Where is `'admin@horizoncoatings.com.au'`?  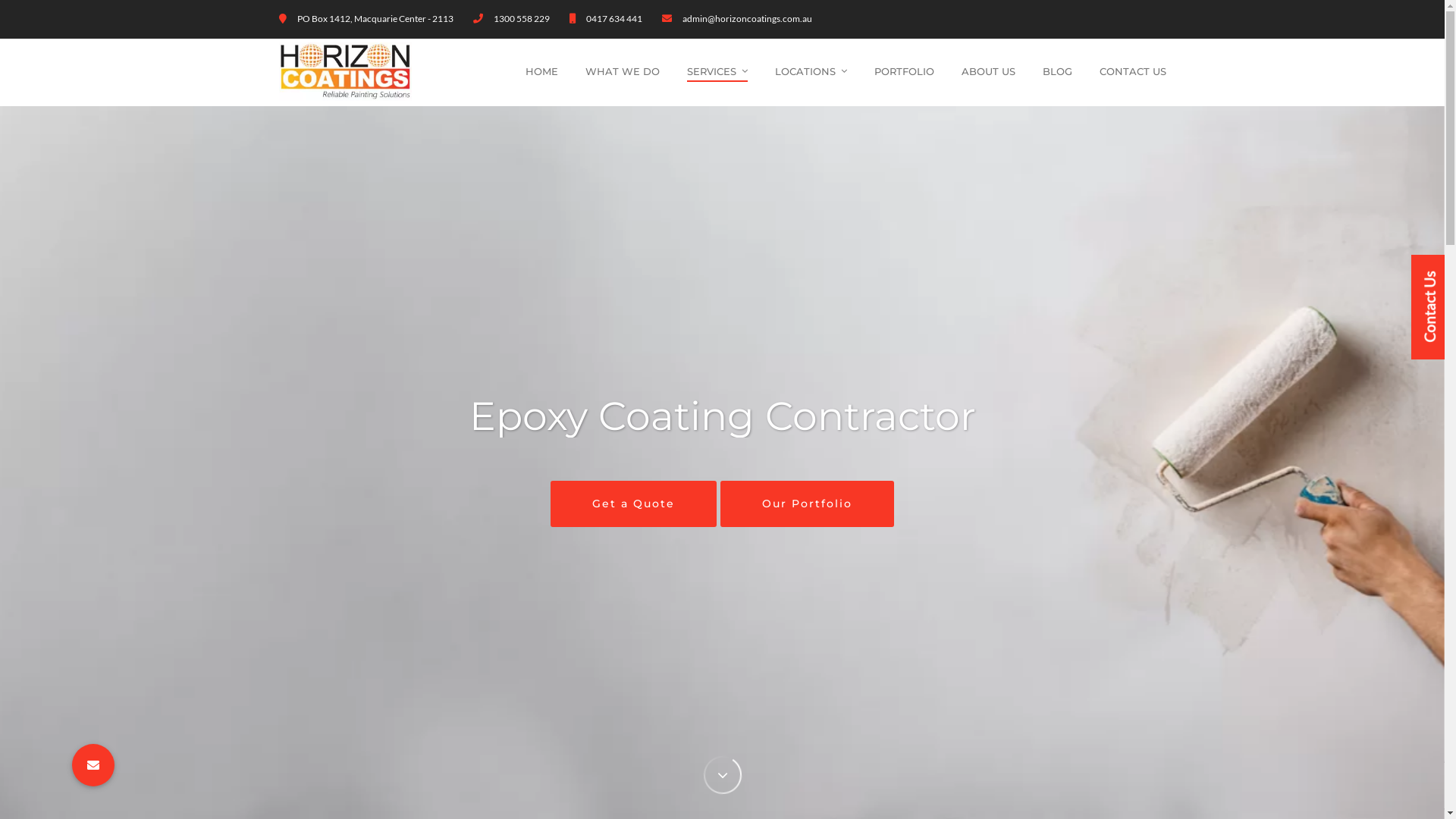 'admin@horizoncoatings.com.au' is located at coordinates (747, 18).